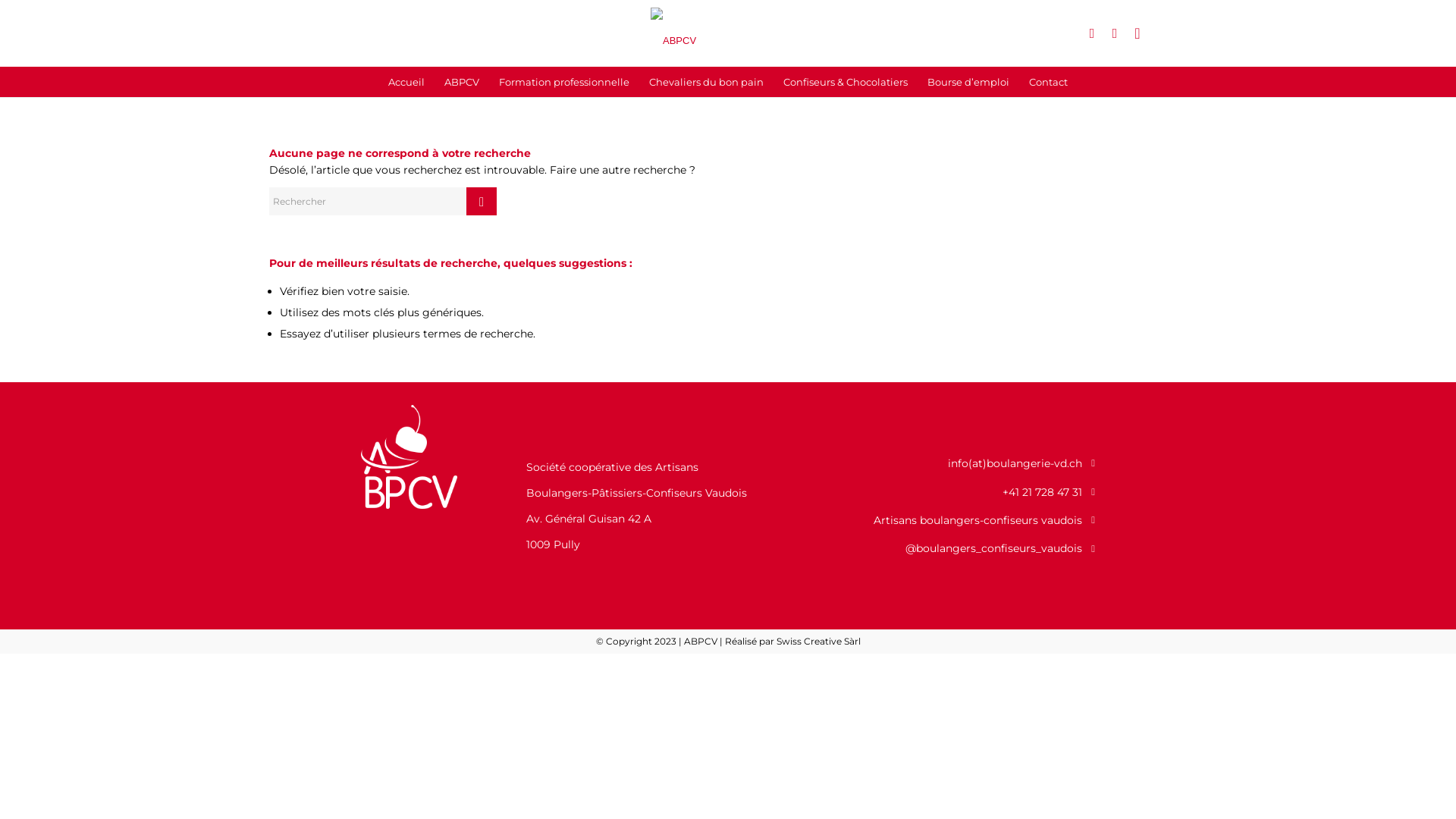 The height and width of the screenshot is (819, 1456). I want to click on 'Accueil', so click(406, 82).